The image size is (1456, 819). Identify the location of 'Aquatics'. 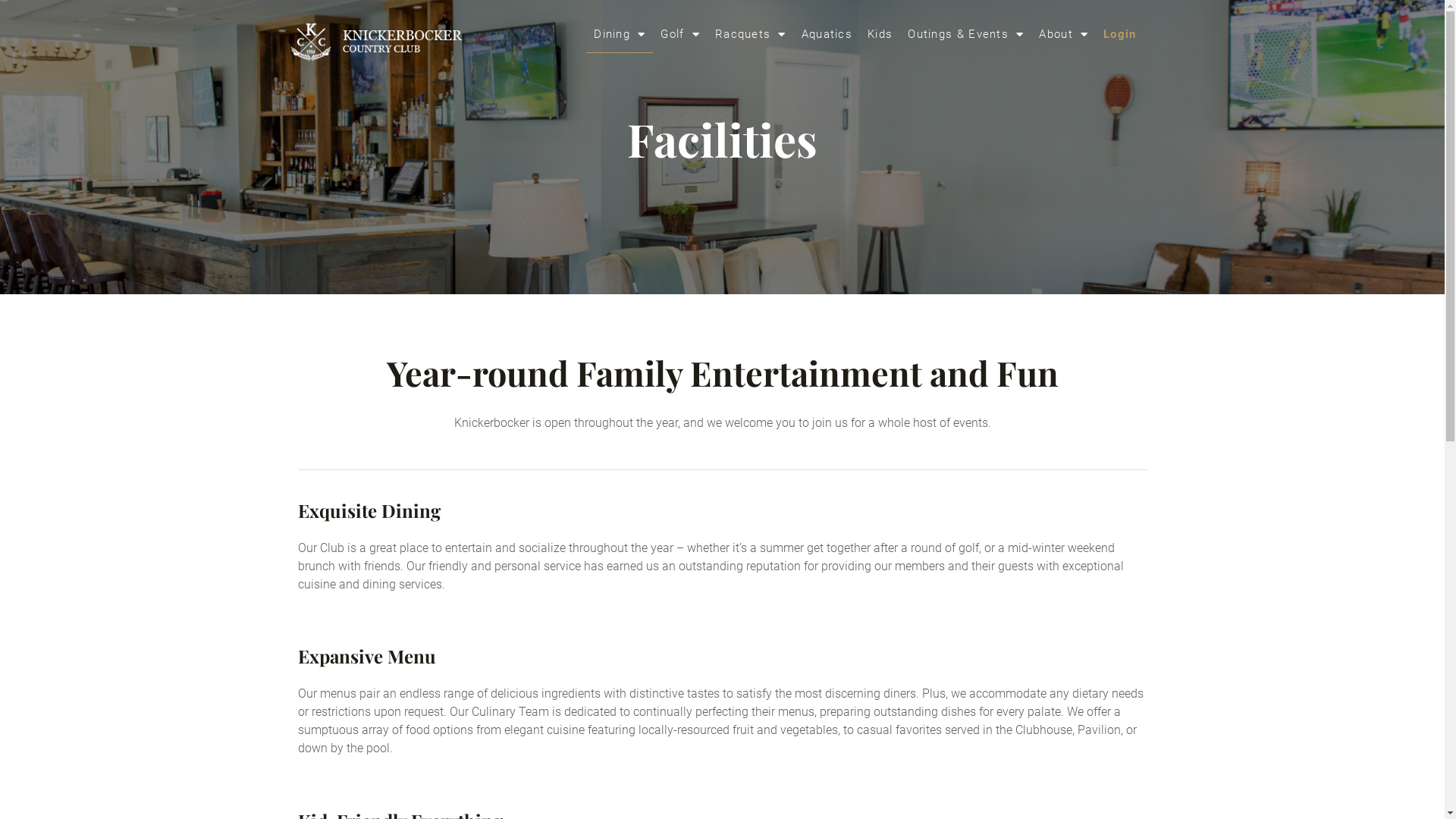
(792, 34).